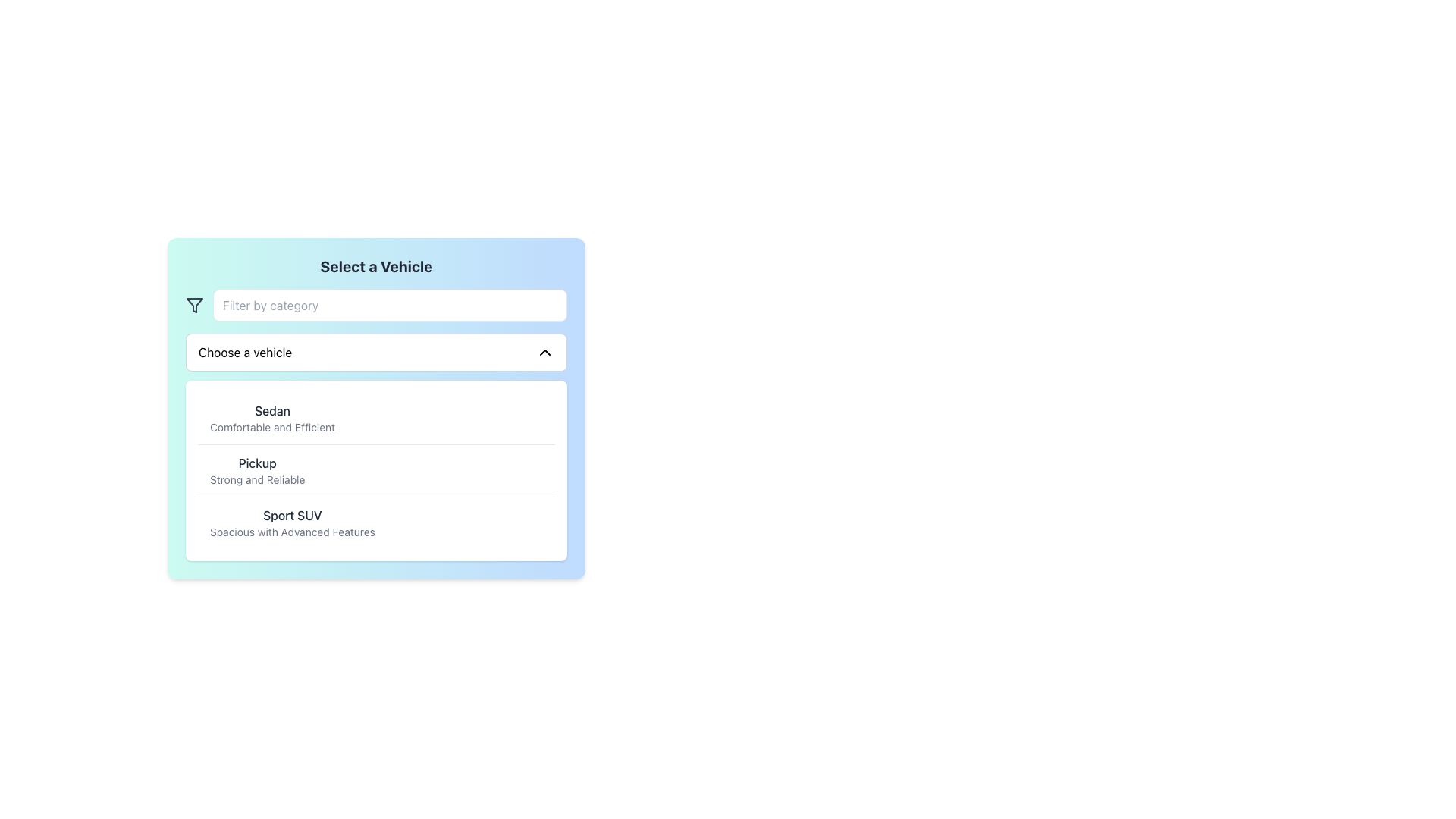 The height and width of the screenshot is (819, 1456). What do you see at coordinates (292, 522) in the screenshot?
I see `to select the 'Sport SUV' option, which is the third item in the list of vehicle types, prominently styled in a medium-sized, bold sans-serif font` at bounding box center [292, 522].